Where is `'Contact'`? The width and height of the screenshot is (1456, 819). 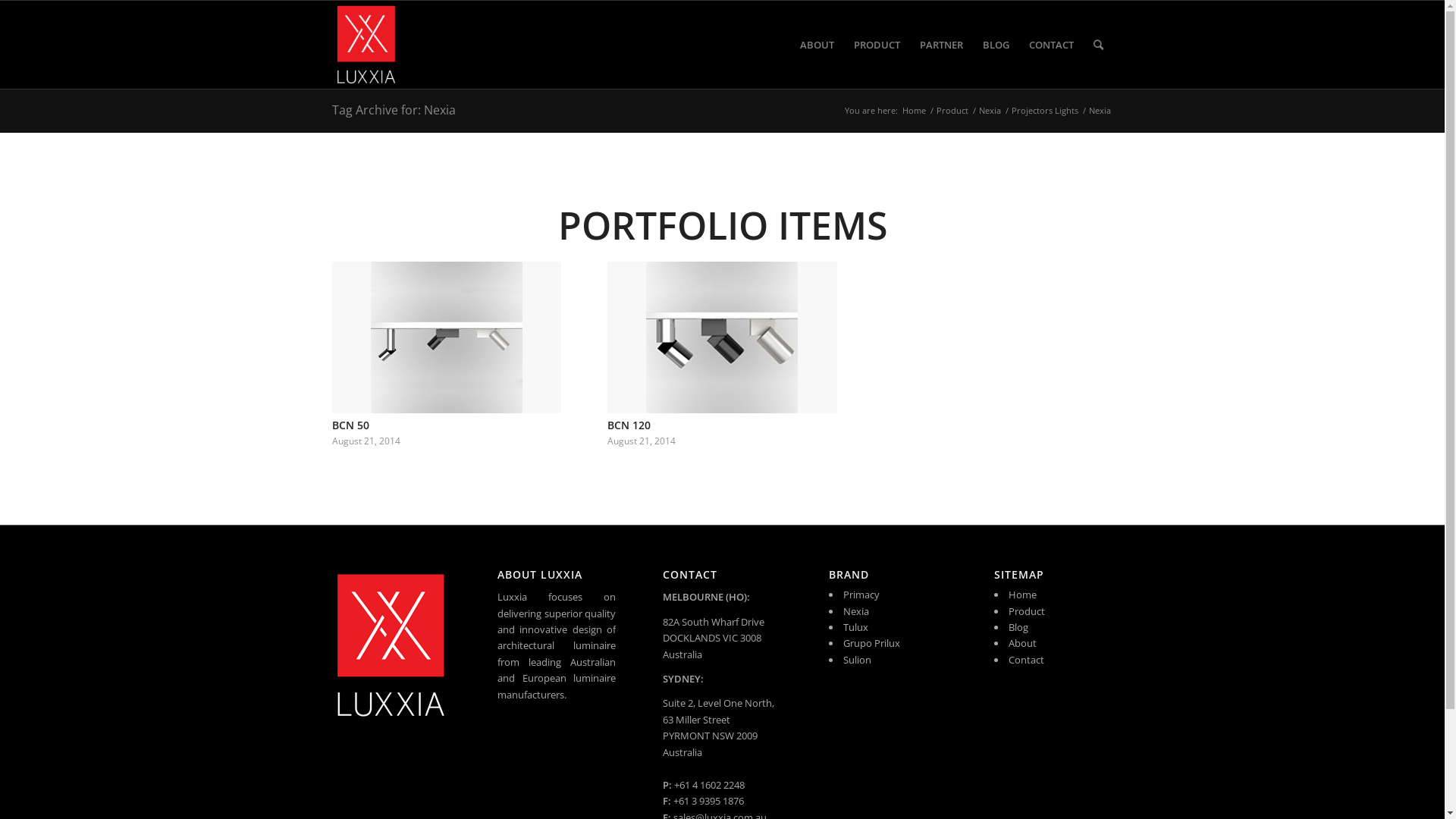 'Contact' is located at coordinates (1026, 659).